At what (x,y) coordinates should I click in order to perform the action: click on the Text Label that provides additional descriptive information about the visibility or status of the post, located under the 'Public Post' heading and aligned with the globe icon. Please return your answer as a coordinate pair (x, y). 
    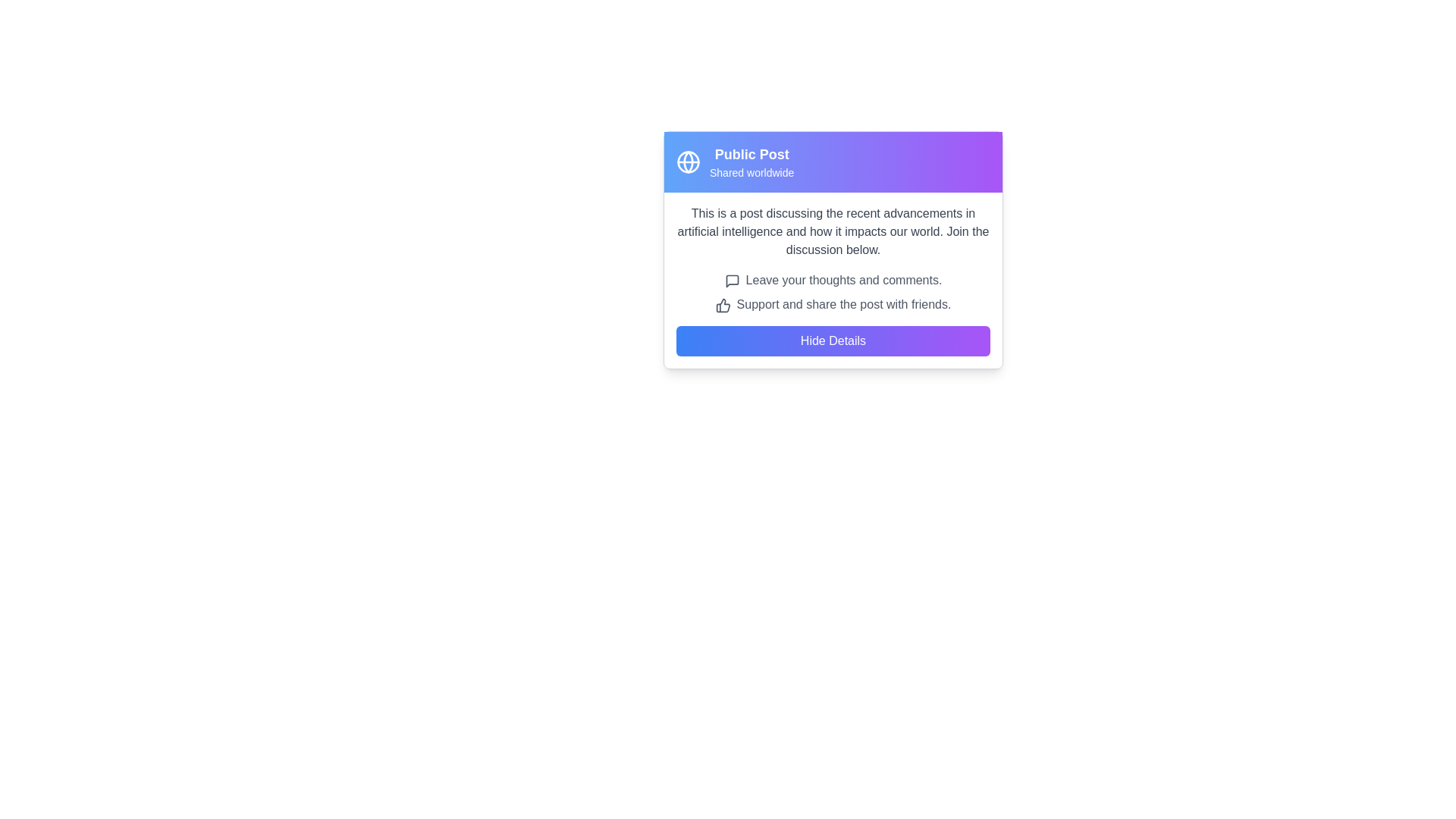
    Looking at the image, I should click on (752, 171).